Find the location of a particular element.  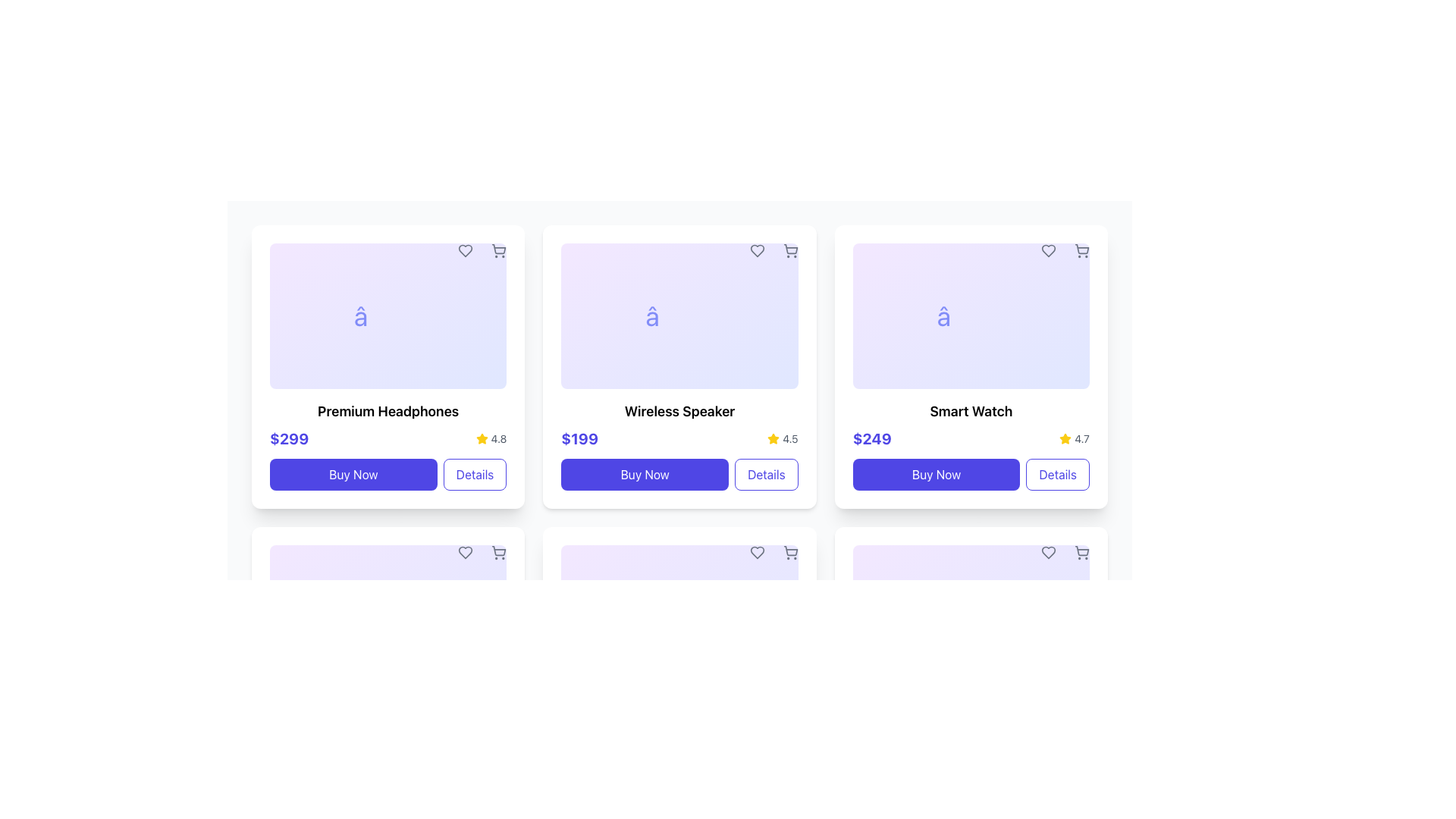

the shopping cart icon button located in the top-right corner of the third product card (Smart Watch) to trigger the hover effect is located at coordinates (1081, 250).